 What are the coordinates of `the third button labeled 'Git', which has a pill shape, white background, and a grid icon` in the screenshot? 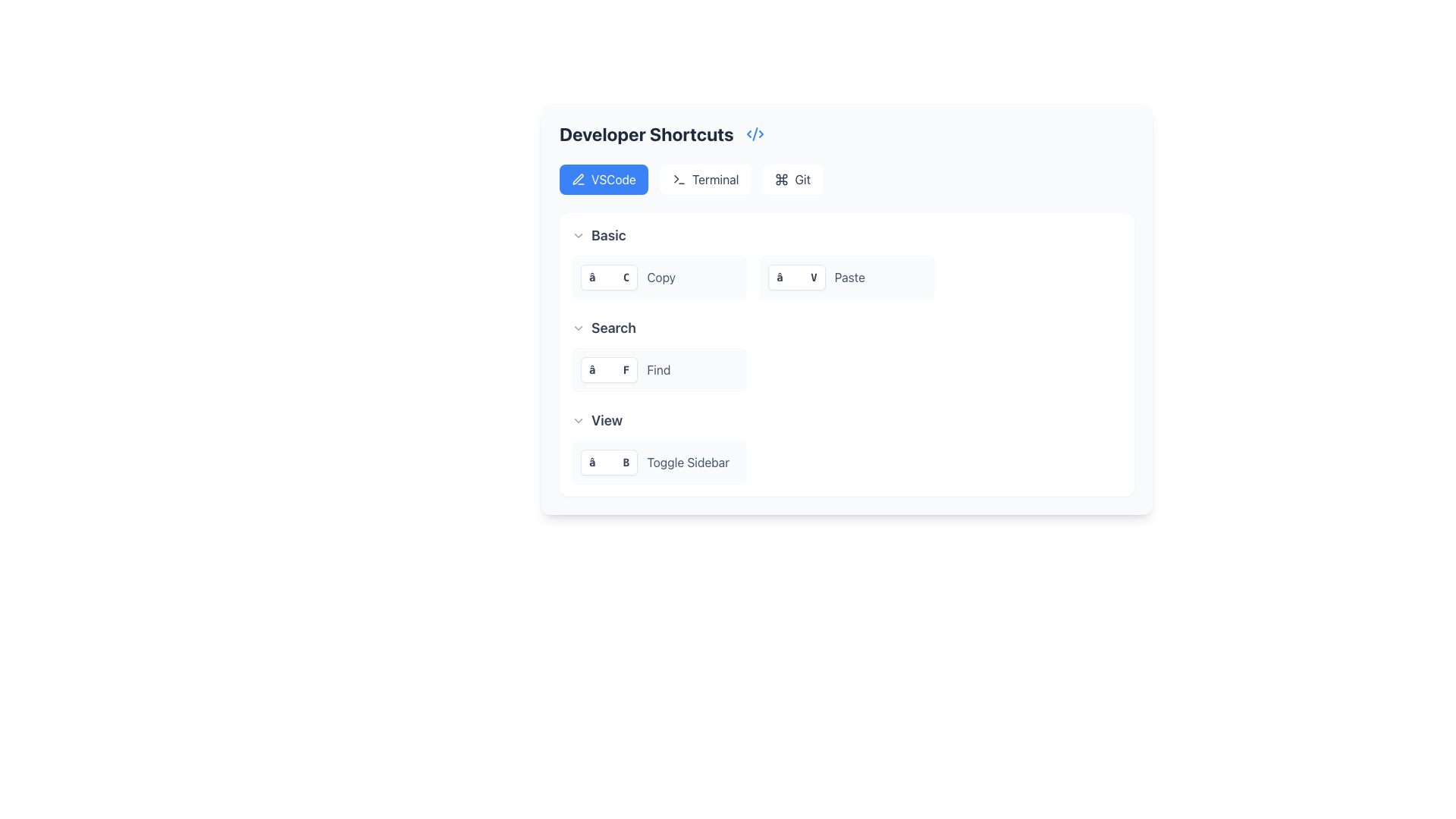 It's located at (792, 178).